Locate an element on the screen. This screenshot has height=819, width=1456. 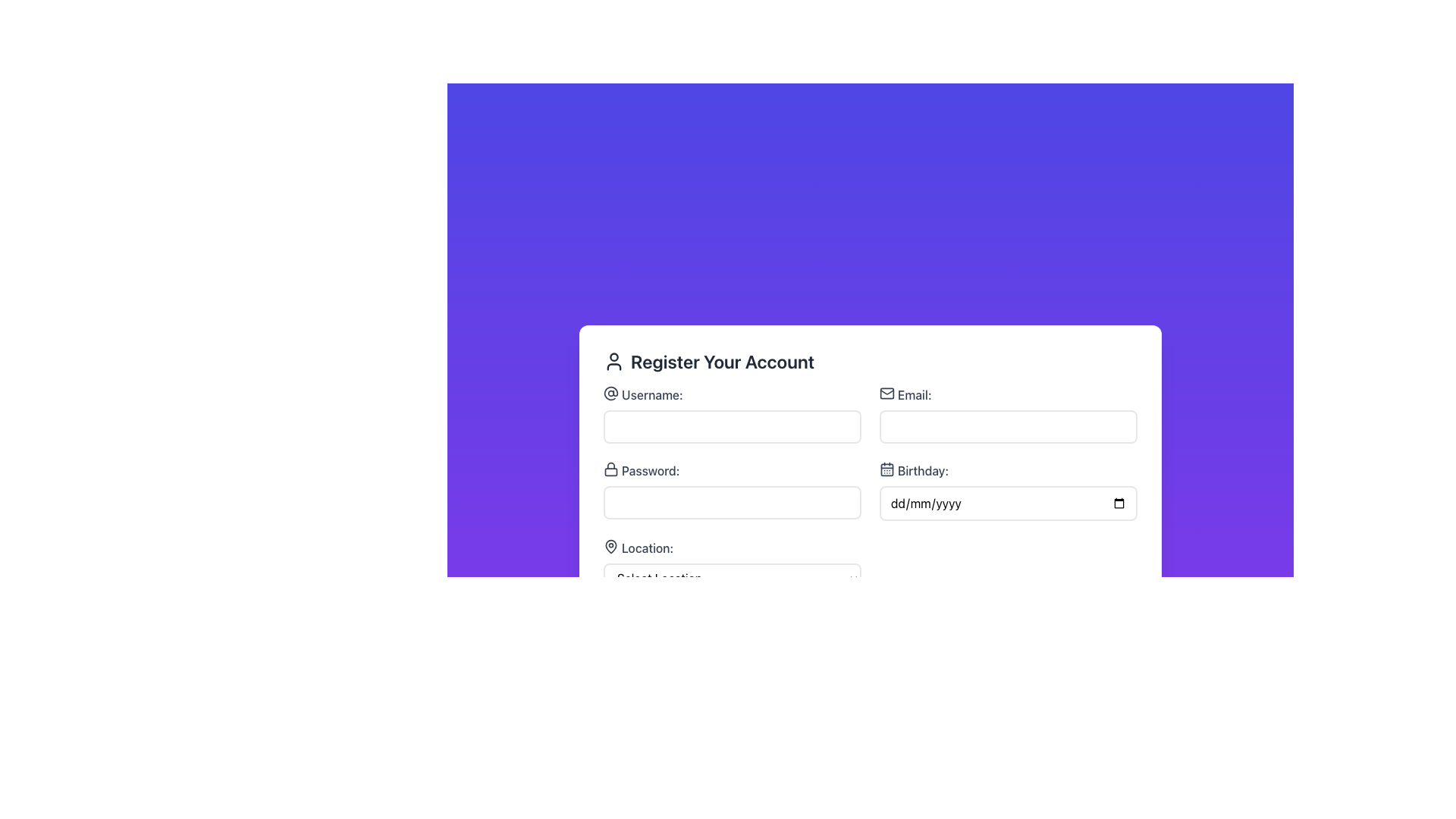
the decorative envelope icon that symbolizes email, located near the top-right corner of the form, adjacent to the 'Email:' input field is located at coordinates (887, 393).